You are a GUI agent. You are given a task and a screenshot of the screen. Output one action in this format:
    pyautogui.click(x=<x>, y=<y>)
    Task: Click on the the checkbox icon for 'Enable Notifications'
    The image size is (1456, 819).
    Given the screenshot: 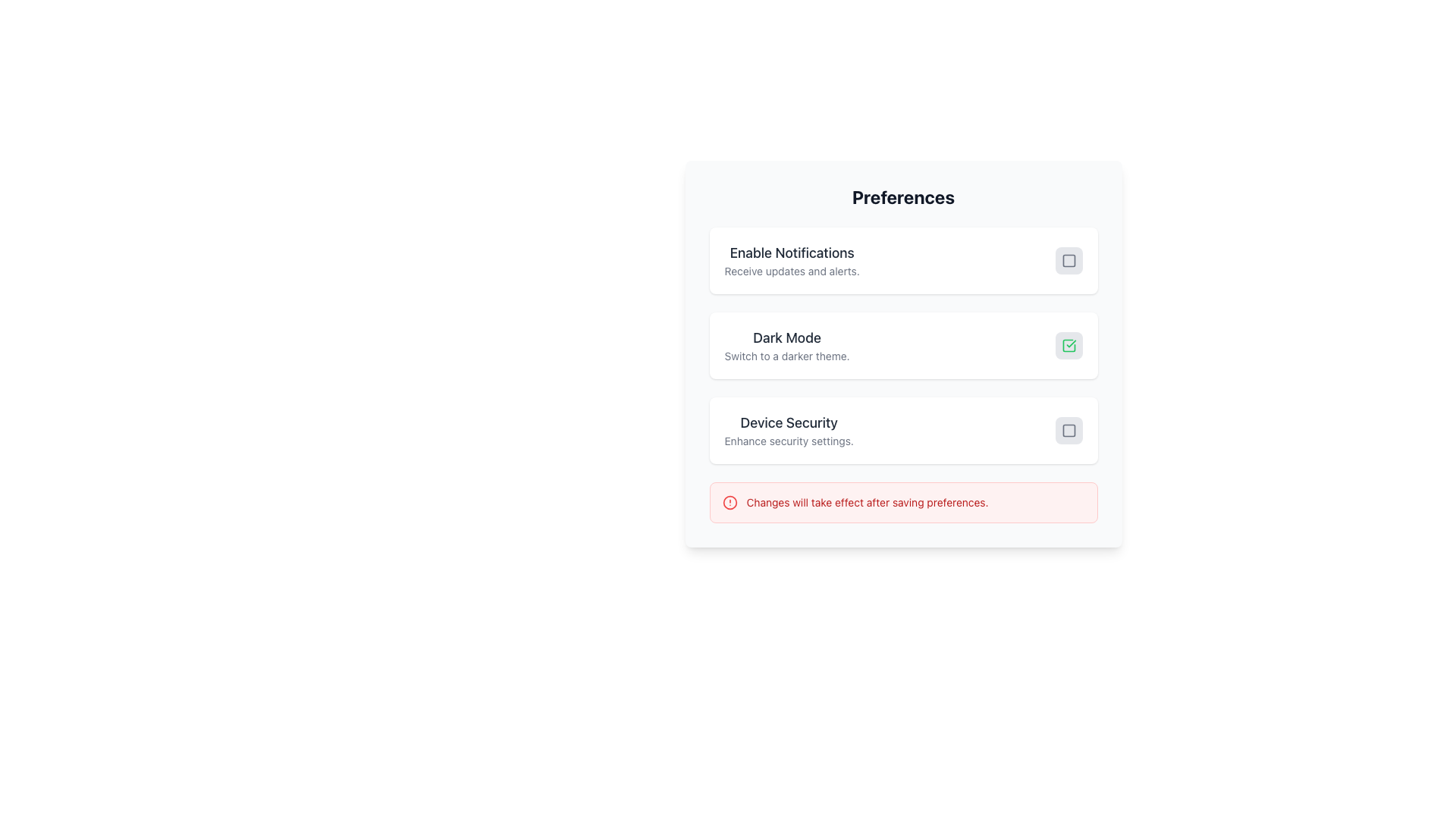 What is the action you would take?
    pyautogui.click(x=1068, y=259)
    